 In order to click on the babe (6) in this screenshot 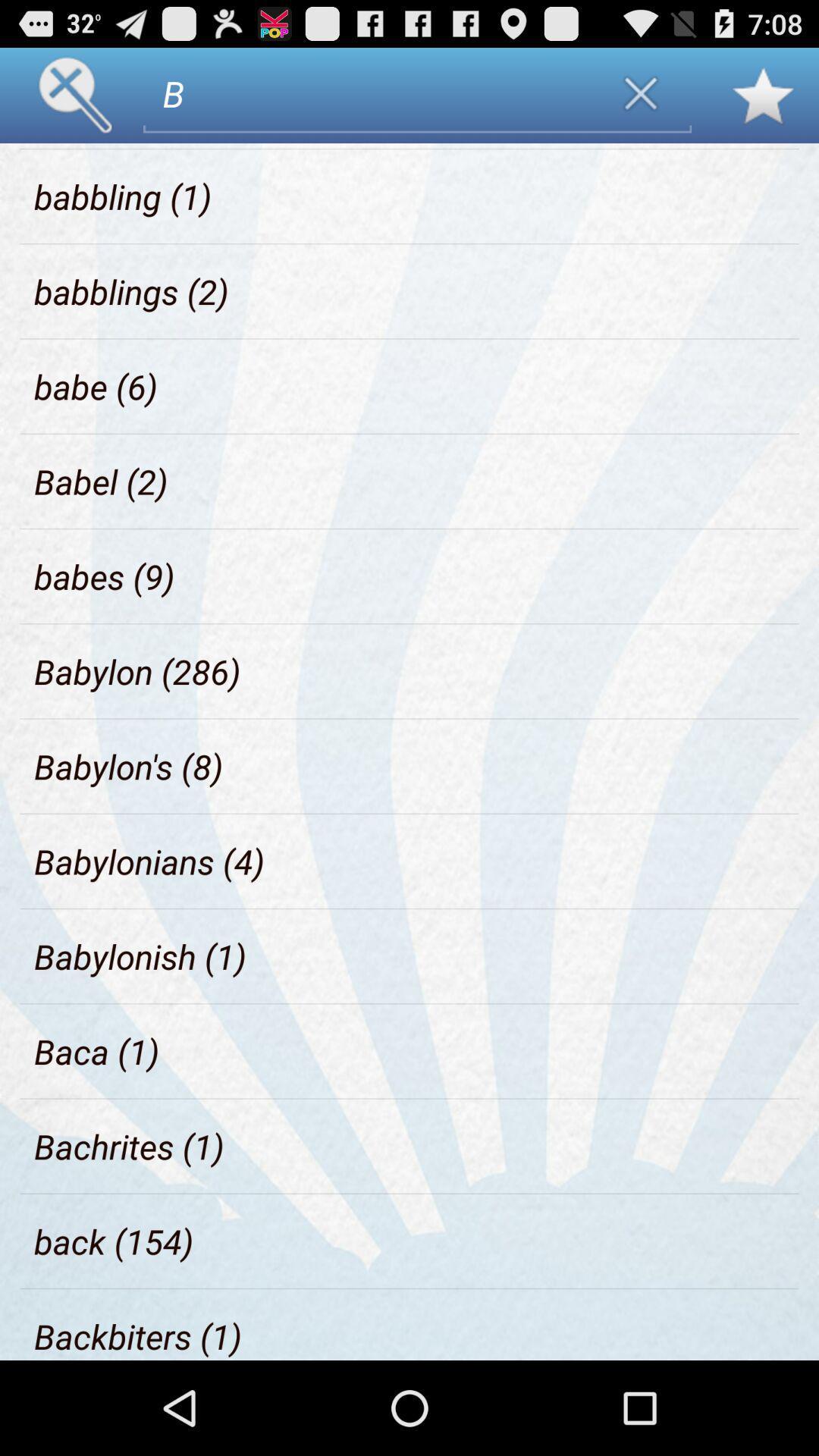, I will do `click(96, 386)`.